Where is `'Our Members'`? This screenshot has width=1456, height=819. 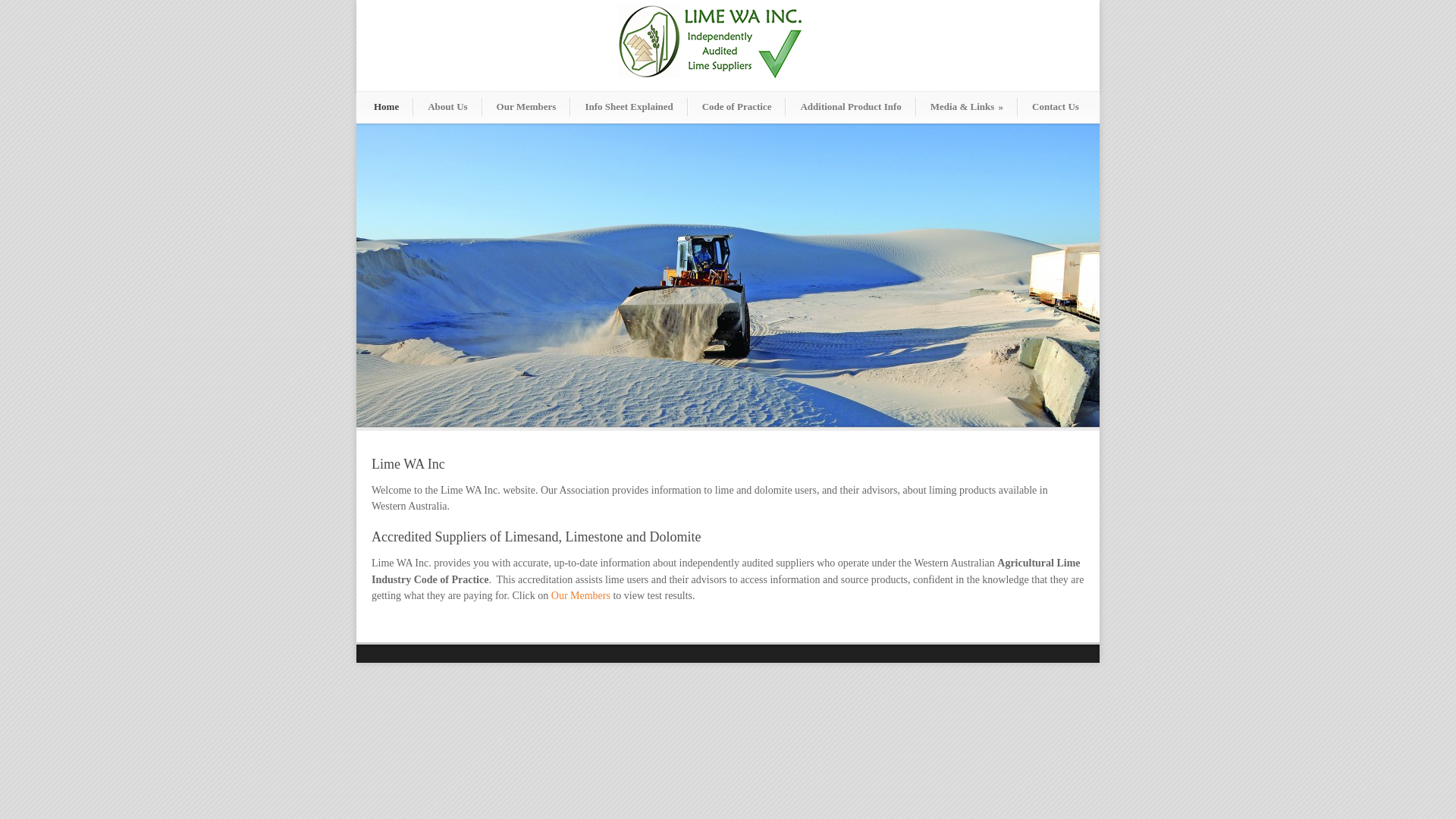
'Our Members' is located at coordinates (526, 106).